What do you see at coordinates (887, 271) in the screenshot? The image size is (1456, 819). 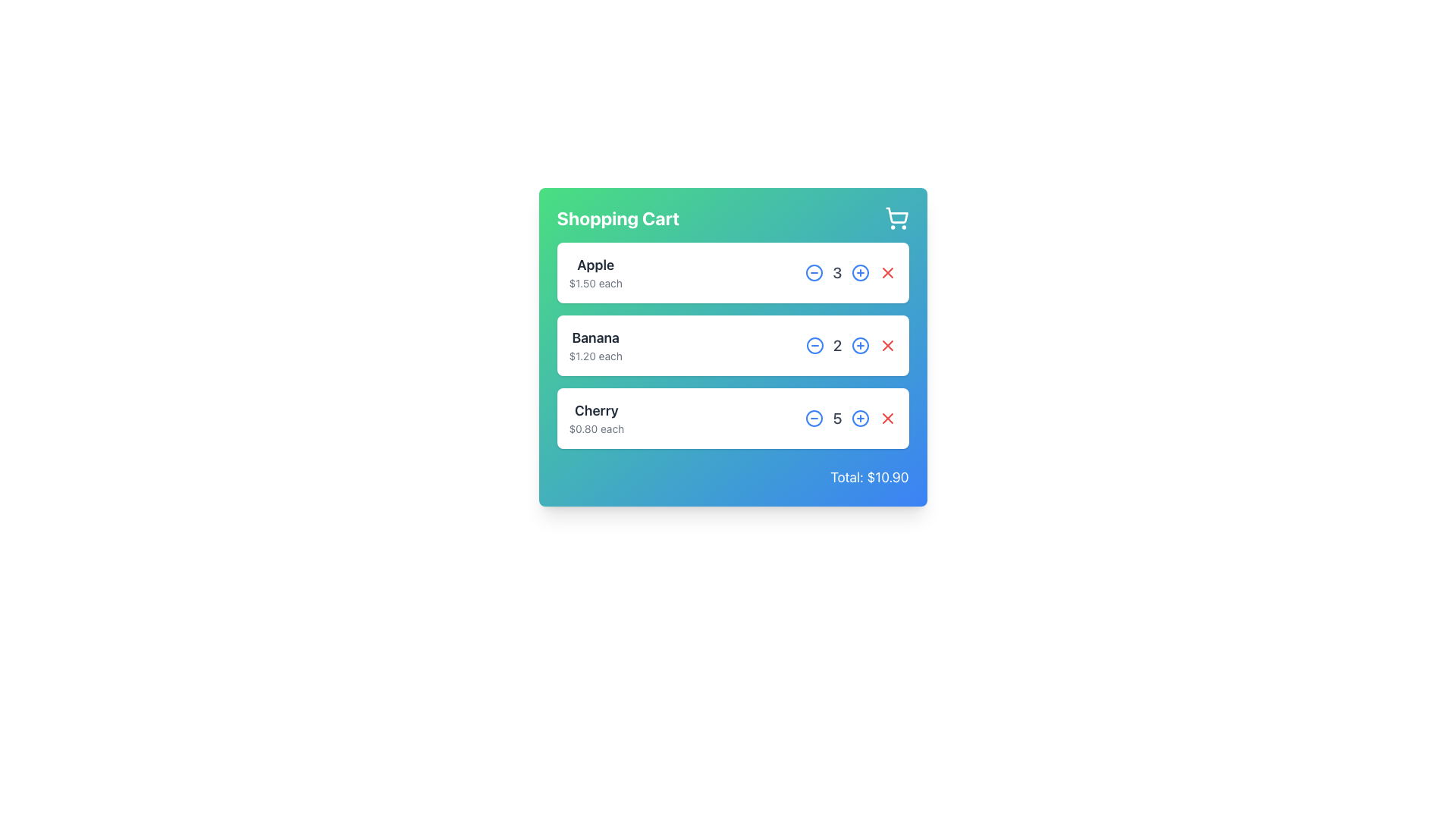 I see `the 'X' icon button located next to the 'Apple' item in the shopping cart` at bounding box center [887, 271].